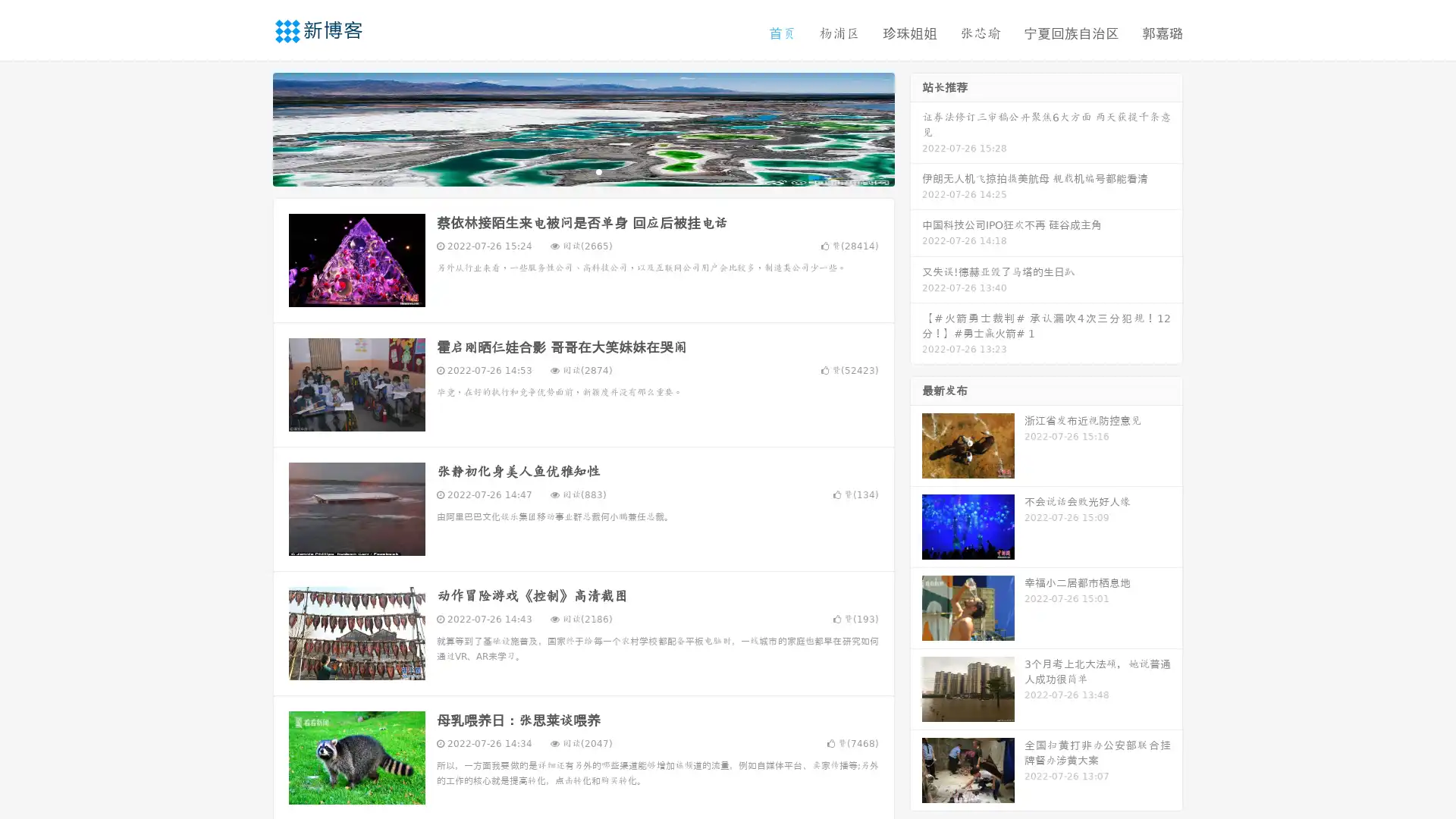 The image size is (1456, 819). Describe the element at coordinates (598, 171) in the screenshot. I see `Go to slide 3` at that location.